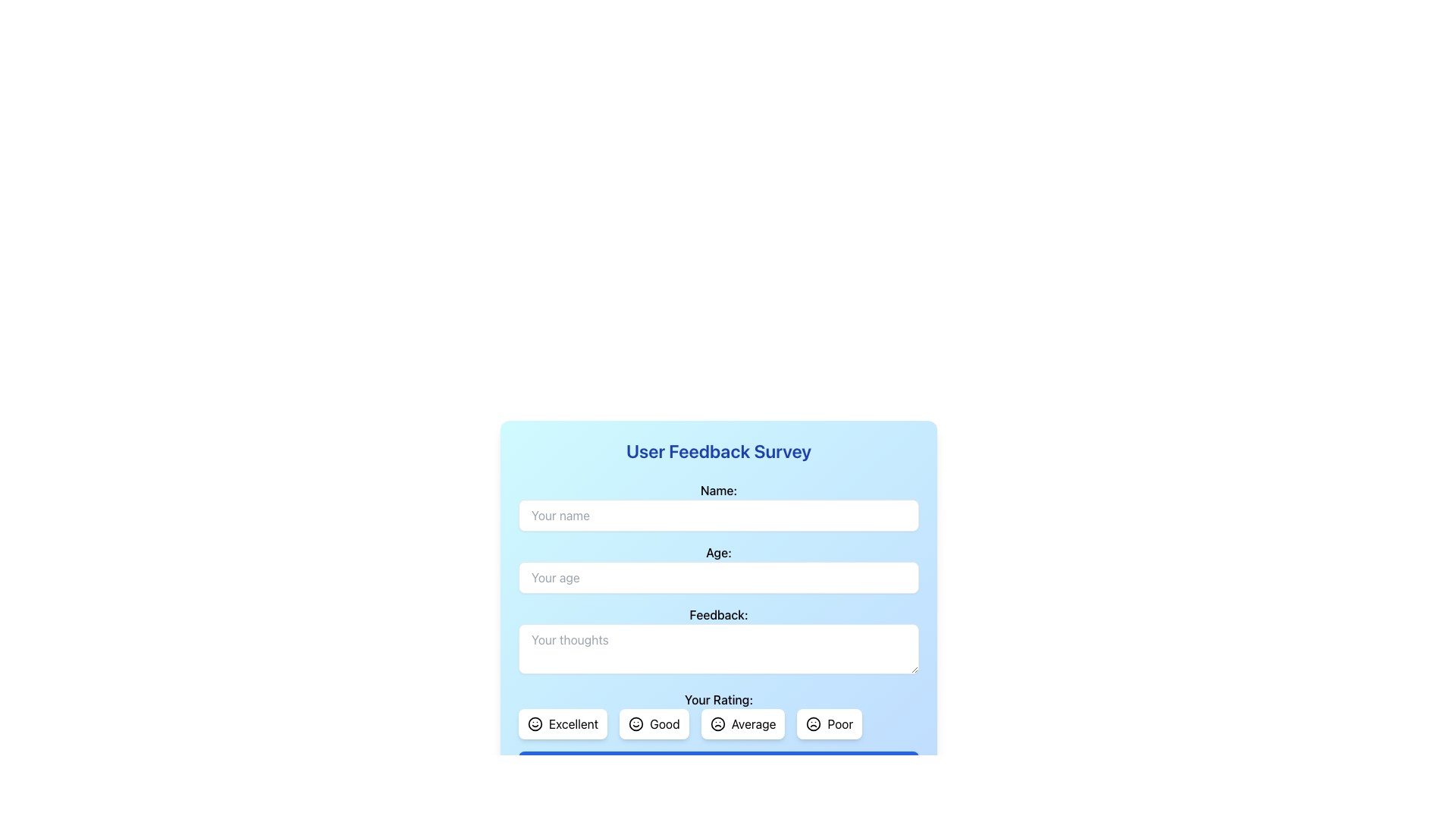 The image size is (1456, 819). What do you see at coordinates (636, 723) in the screenshot?
I see `the circular smiley face icon located to the left of the 'Good' button in the rating section beneath the feedback form` at bounding box center [636, 723].